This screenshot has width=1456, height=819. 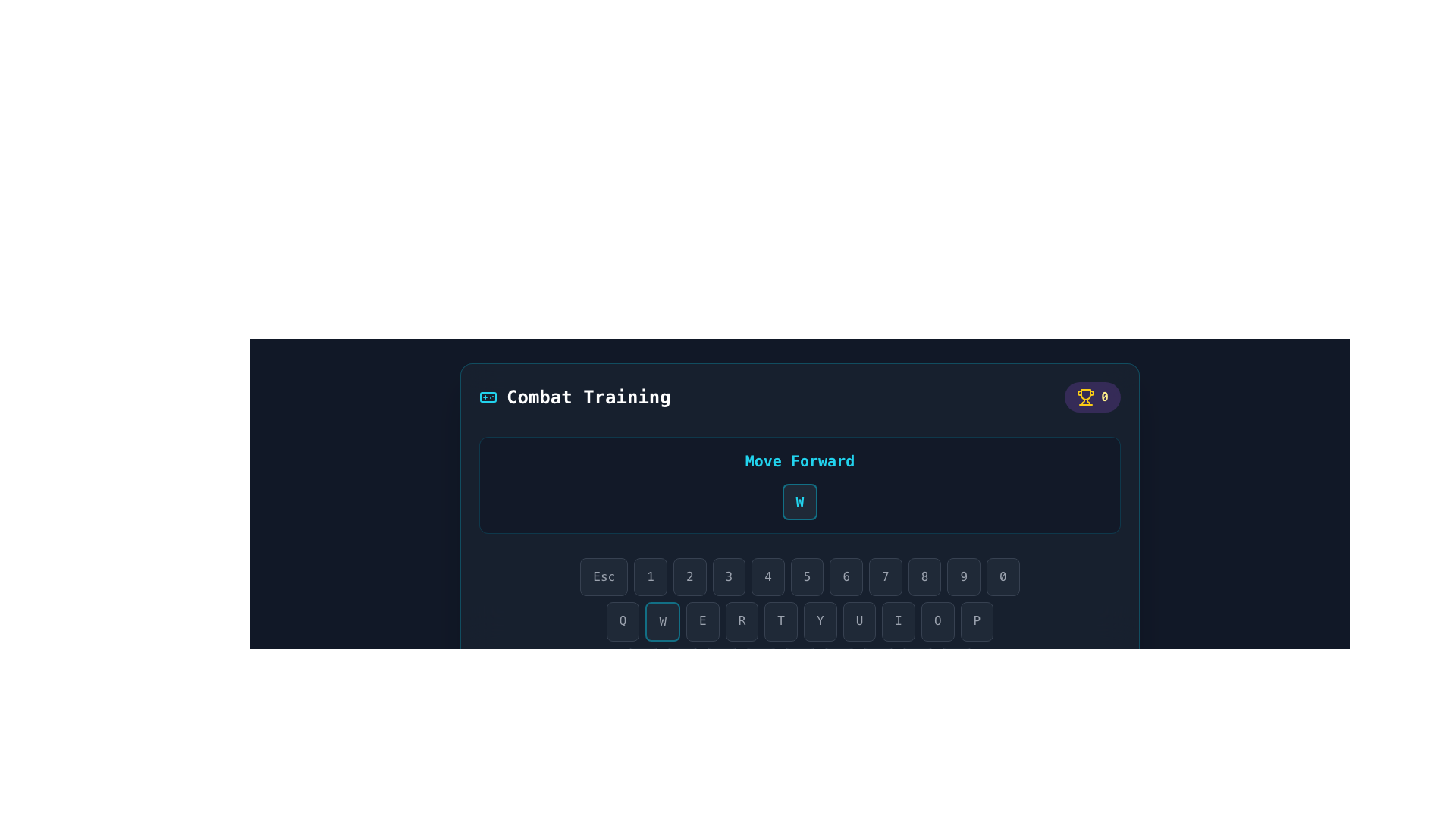 I want to click on the virtual 'N' key positioned between the 'B' and 'M' keys in the keyboard layout, located towards the center-bottom of the interface, so click(x=866, y=711).